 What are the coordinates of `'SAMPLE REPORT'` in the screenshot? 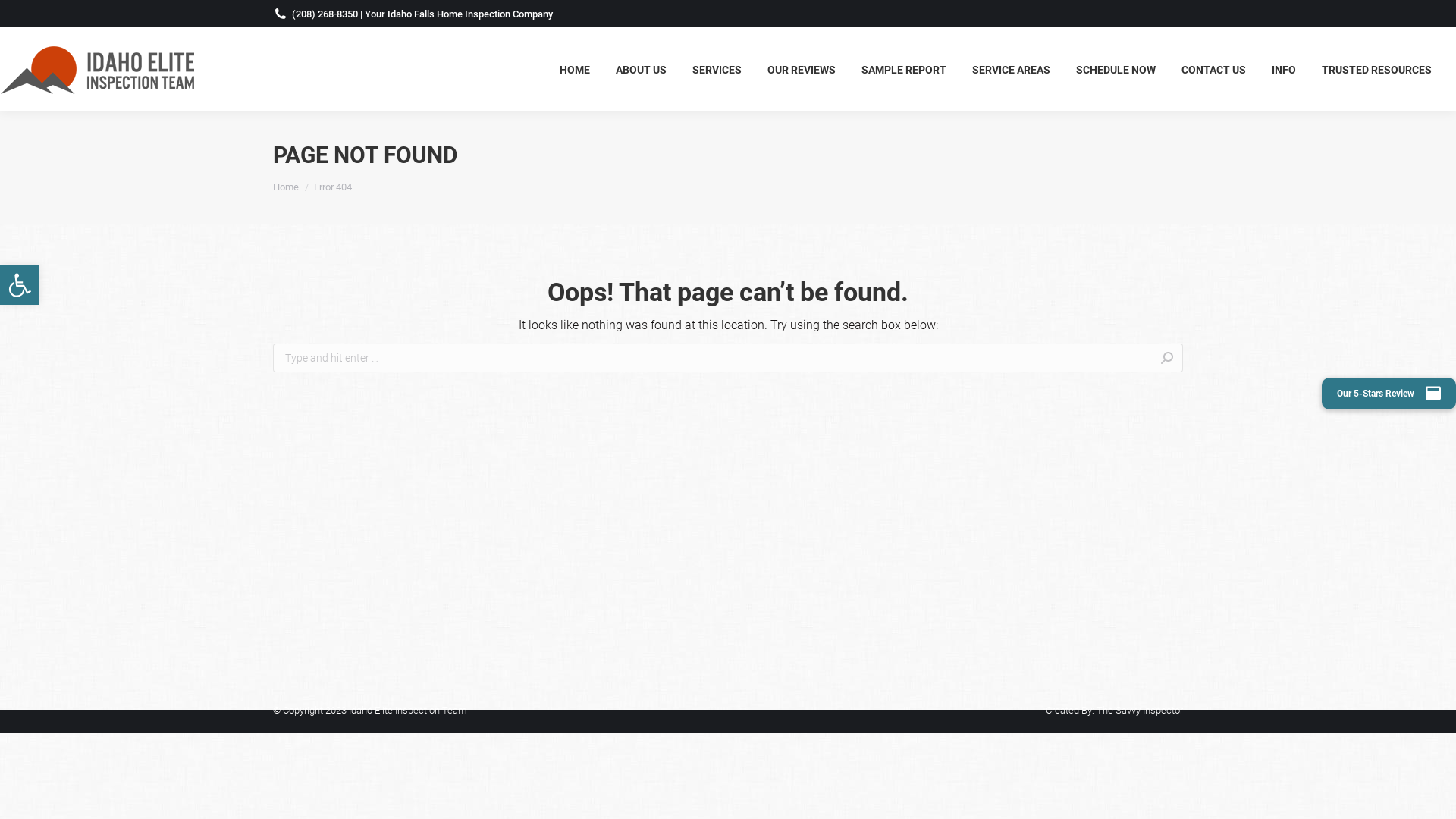 It's located at (903, 69).